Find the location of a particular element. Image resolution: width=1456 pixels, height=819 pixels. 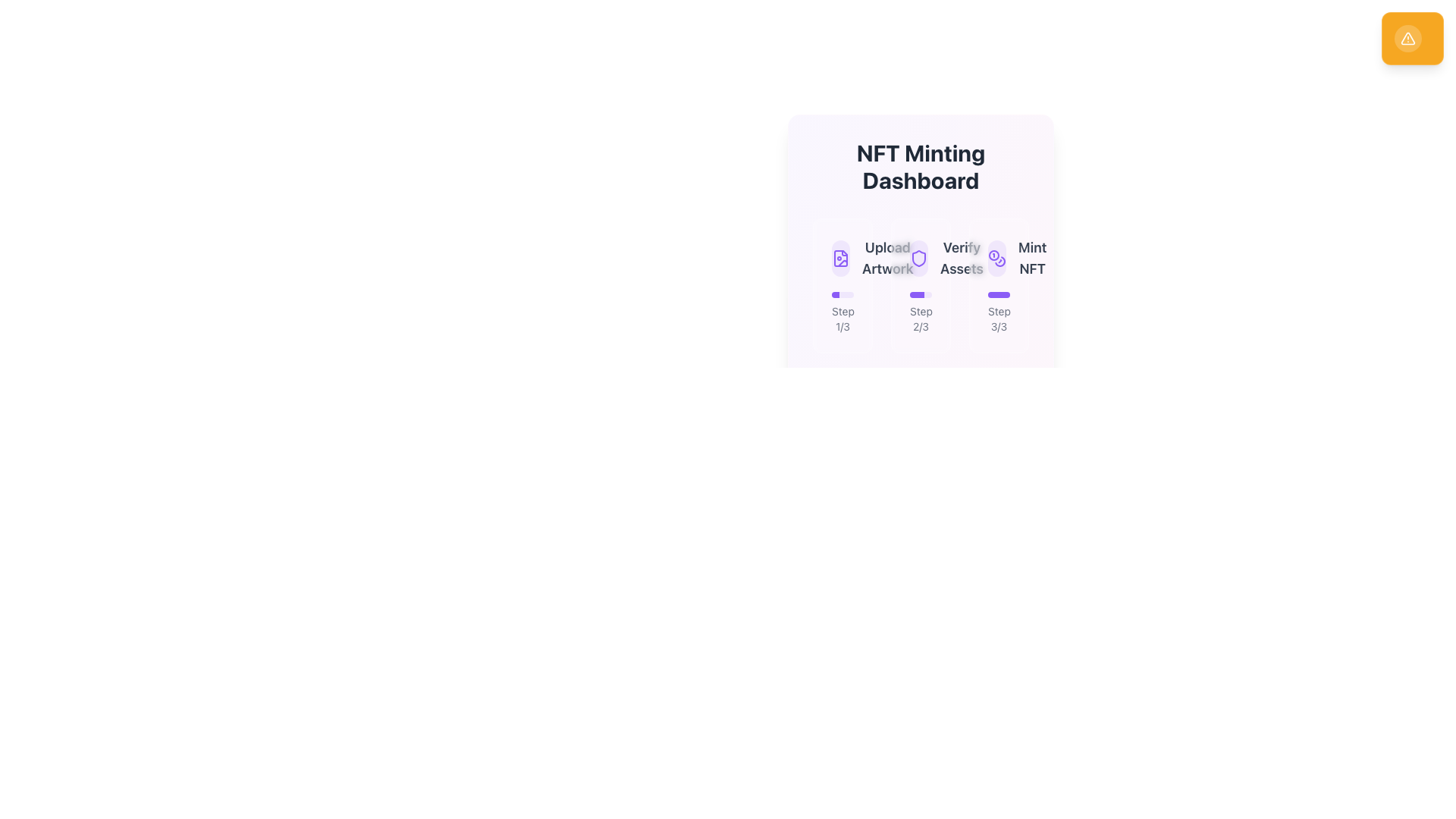

the shield icon representing protection or verification in the 'Verify Assets' section of the step 2 interface is located at coordinates (918, 257).